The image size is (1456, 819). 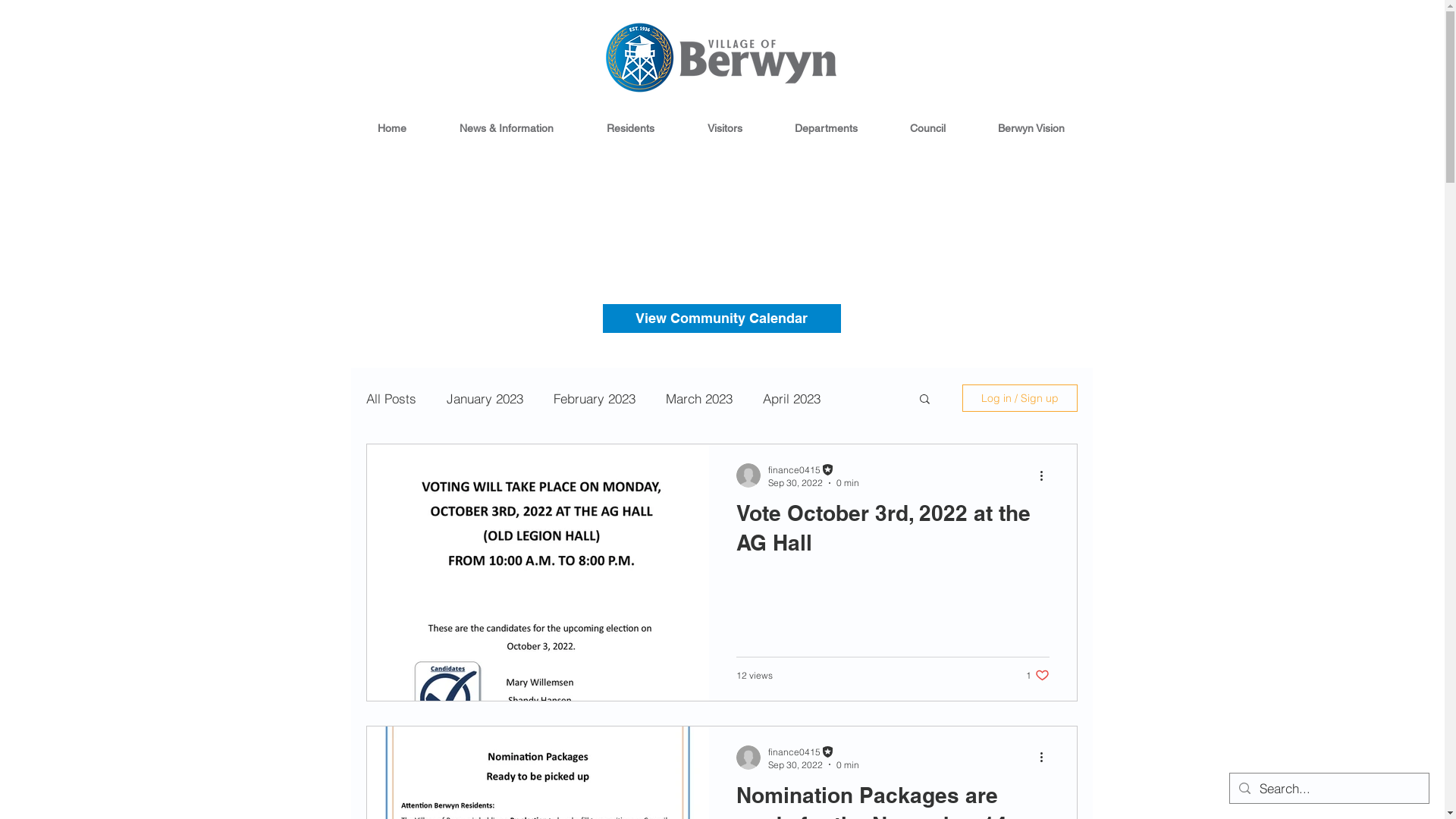 What do you see at coordinates (720, 318) in the screenshot?
I see `'View Community Calendar'` at bounding box center [720, 318].